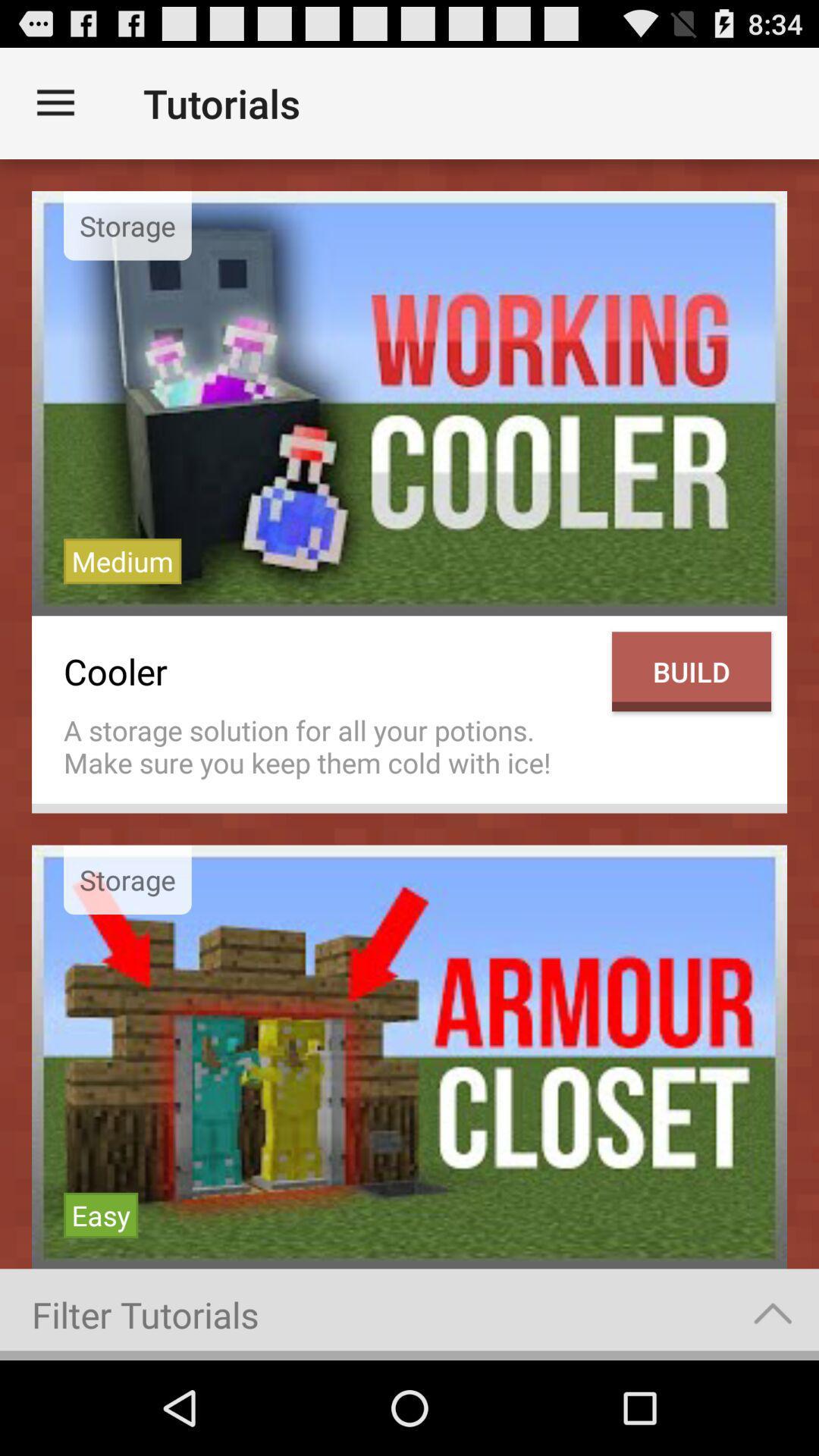 Image resolution: width=819 pixels, height=1456 pixels. Describe the element at coordinates (329, 746) in the screenshot. I see `the icon next to the build icon` at that location.